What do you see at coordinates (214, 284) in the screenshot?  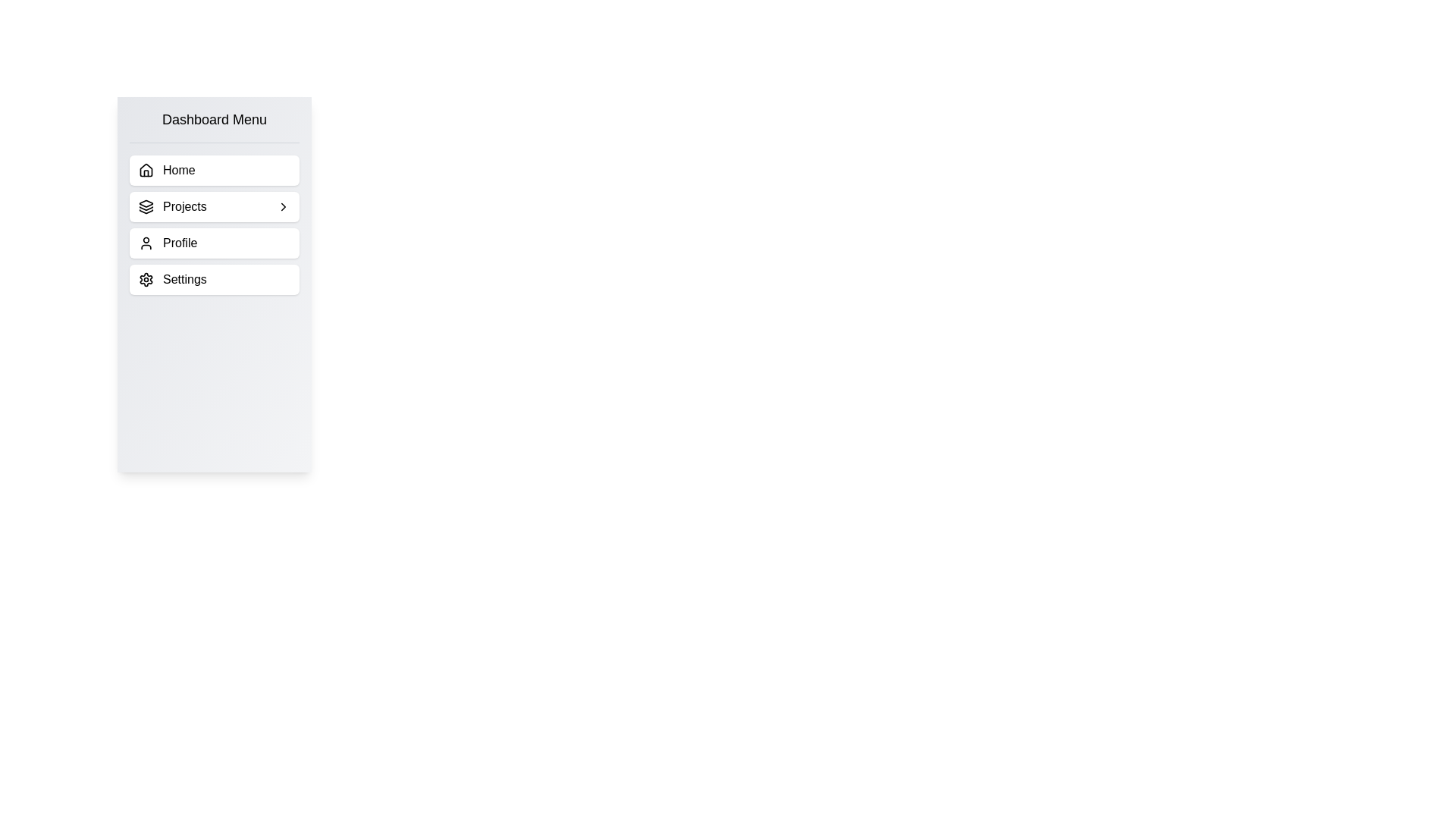 I see `the Sidebar navigation menu located under the 'Dashboard Menu'` at bounding box center [214, 284].